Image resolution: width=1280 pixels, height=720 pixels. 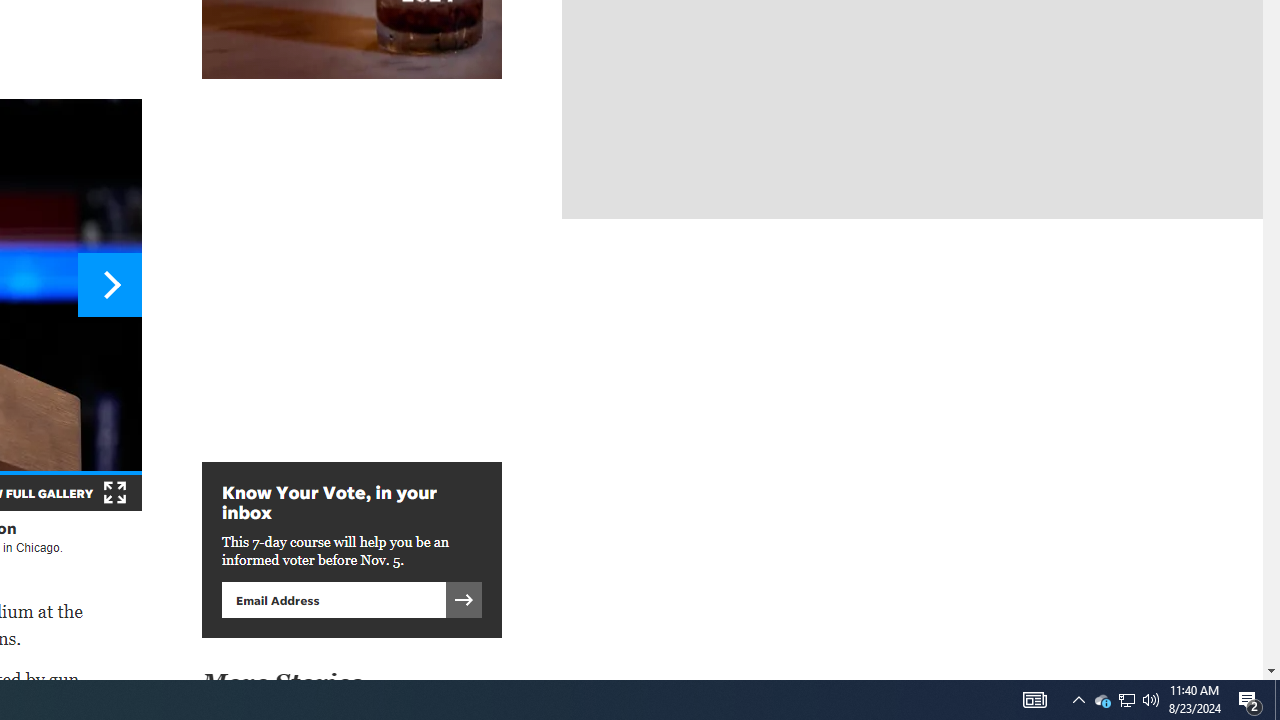 What do you see at coordinates (463, 598) in the screenshot?
I see `'Submit to sign up for newsletter'` at bounding box center [463, 598].